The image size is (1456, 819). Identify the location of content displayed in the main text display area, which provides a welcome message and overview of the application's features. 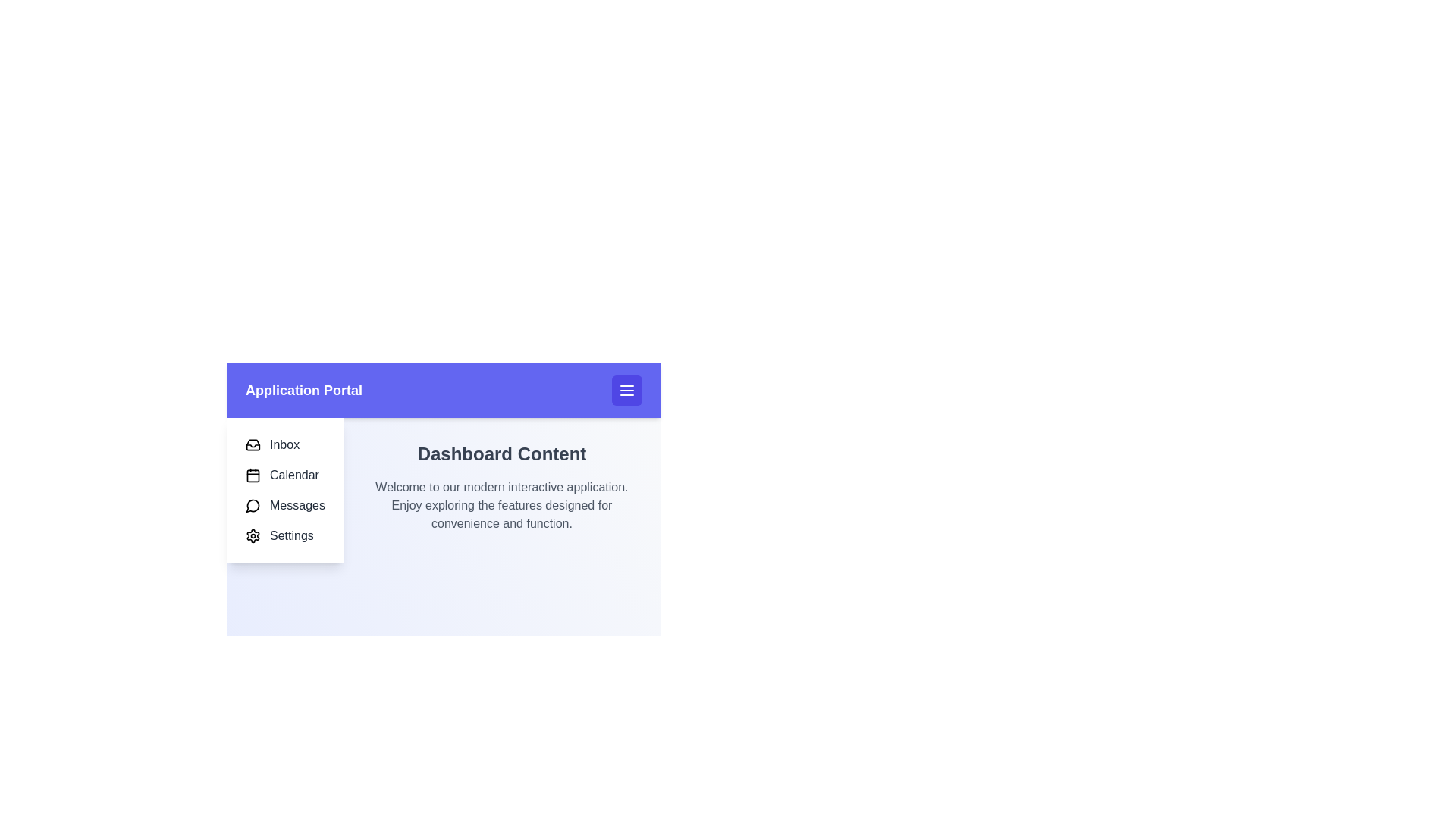
(443, 491).